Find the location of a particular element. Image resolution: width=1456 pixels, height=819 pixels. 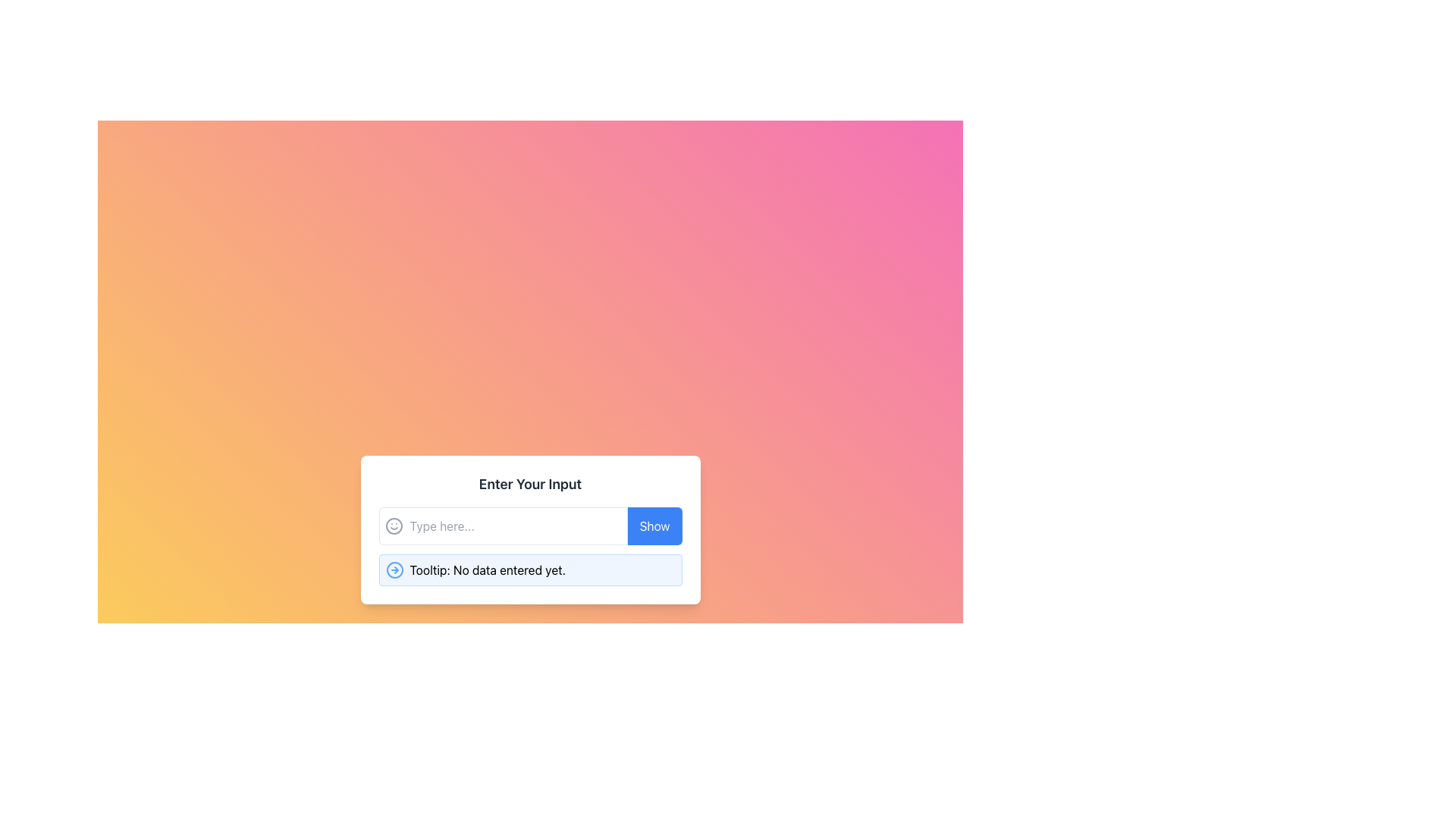

the gray smiley face icon located at the leftmost end of the input field labeled 'Type here...' is located at coordinates (394, 526).